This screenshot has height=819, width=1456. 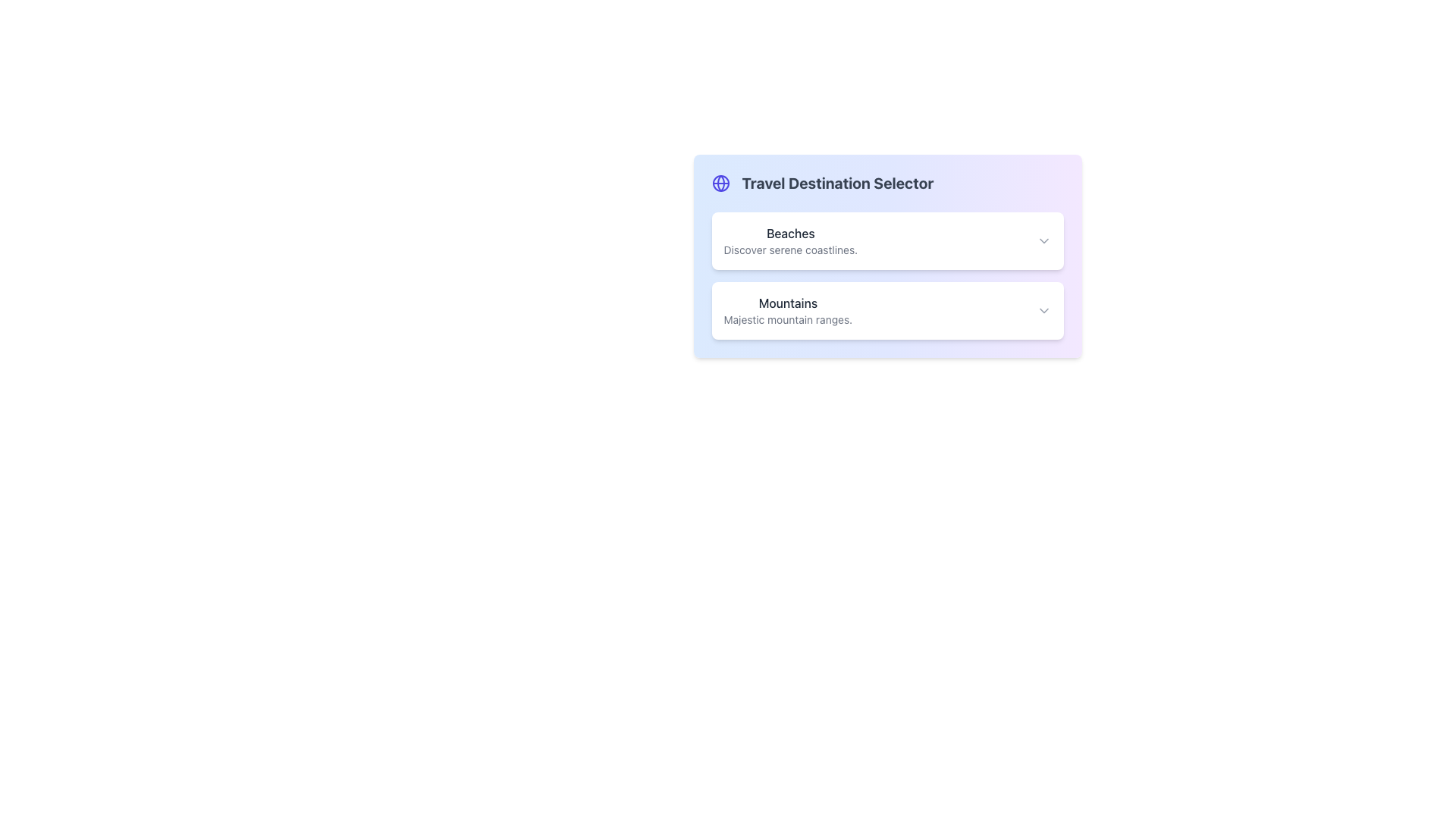 What do you see at coordinates (887, 275) in the screenshot?
I see `the 'Beaches' selection in the collapsible travel destination menu` at bounding box center [887, 275].